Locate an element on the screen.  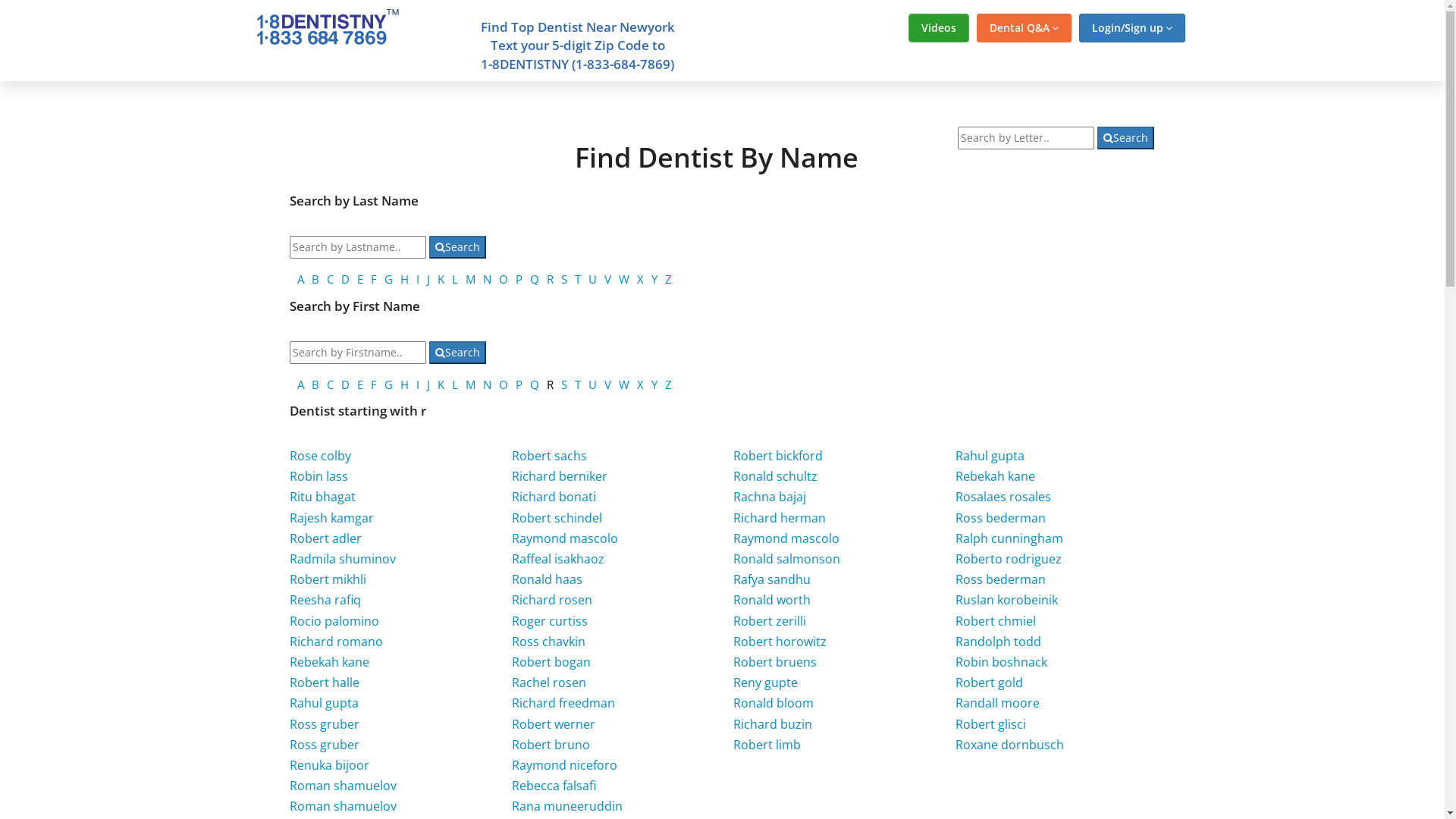
'N' is located at coordinates (482, 278).